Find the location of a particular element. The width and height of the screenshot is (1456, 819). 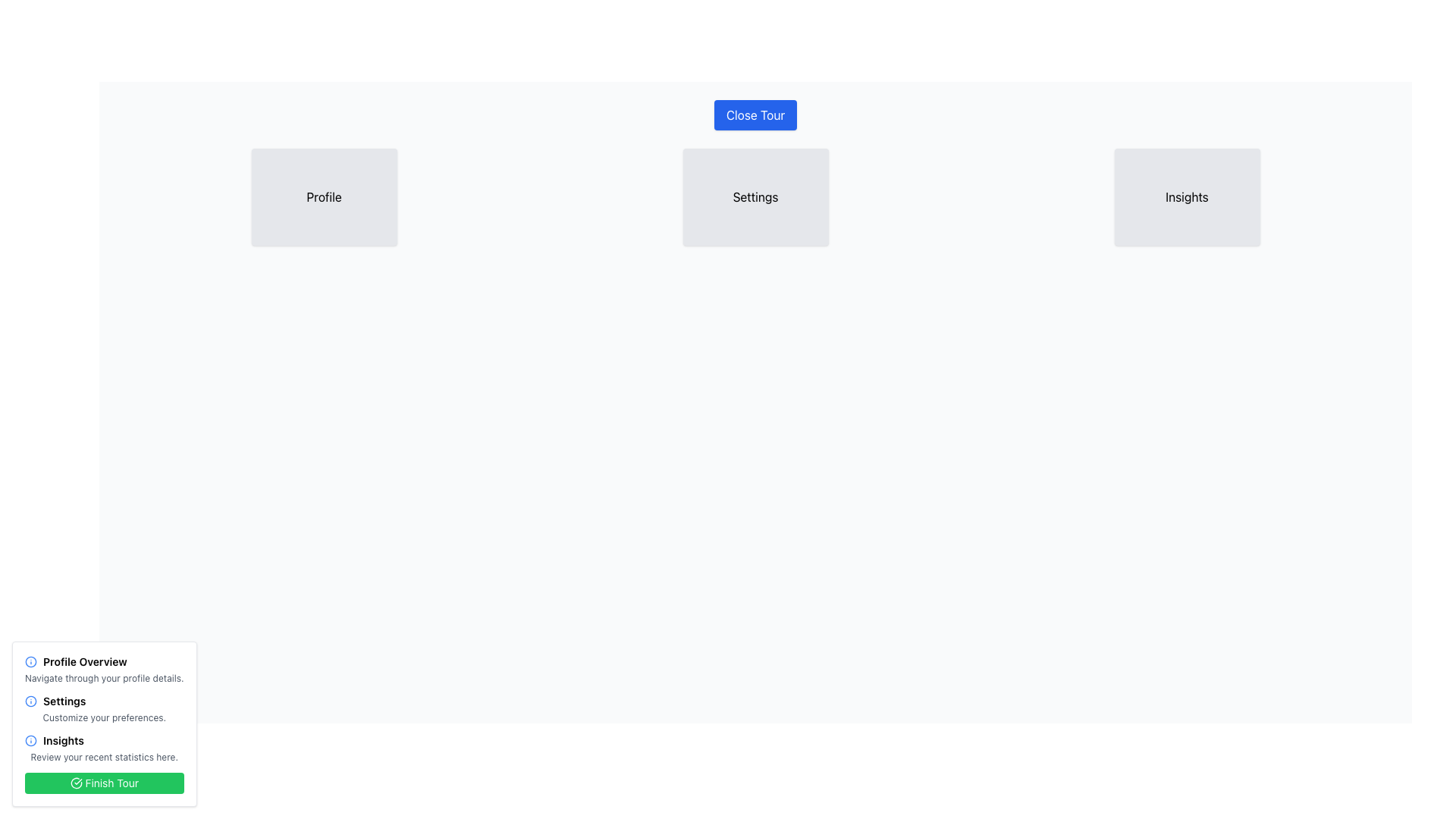

the 'Insights' icon located in the sidebar menu, which is the third icon following 'Profile Overview' and 'Settings' is located at coordinates (31, 739).